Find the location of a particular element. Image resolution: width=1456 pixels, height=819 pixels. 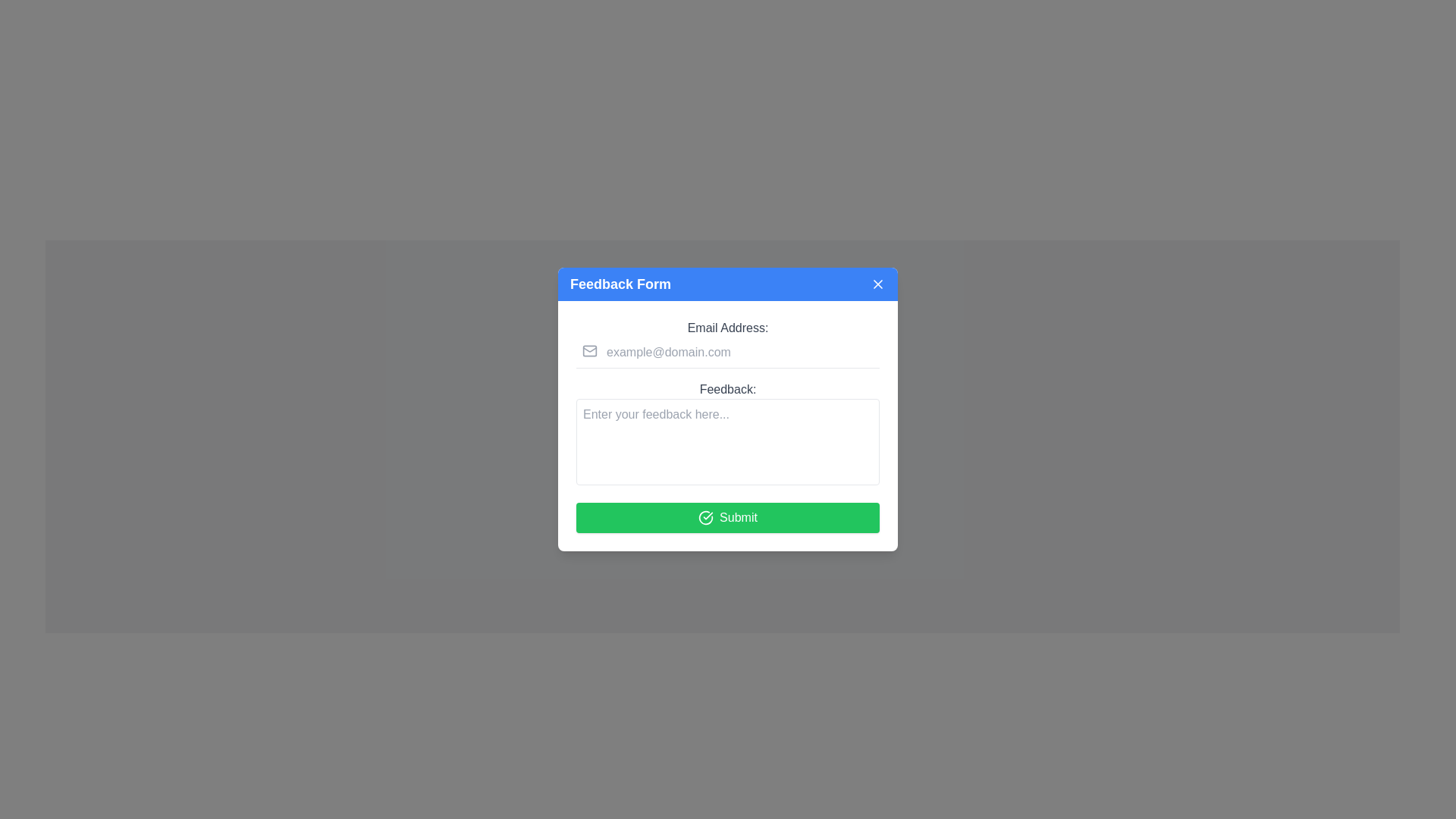

the 'Submit' text label which is displayed in white font on a green button background, located at the center bottom of the modal, to the right of a circular checkmark icon is located at coordinates (739, 516).